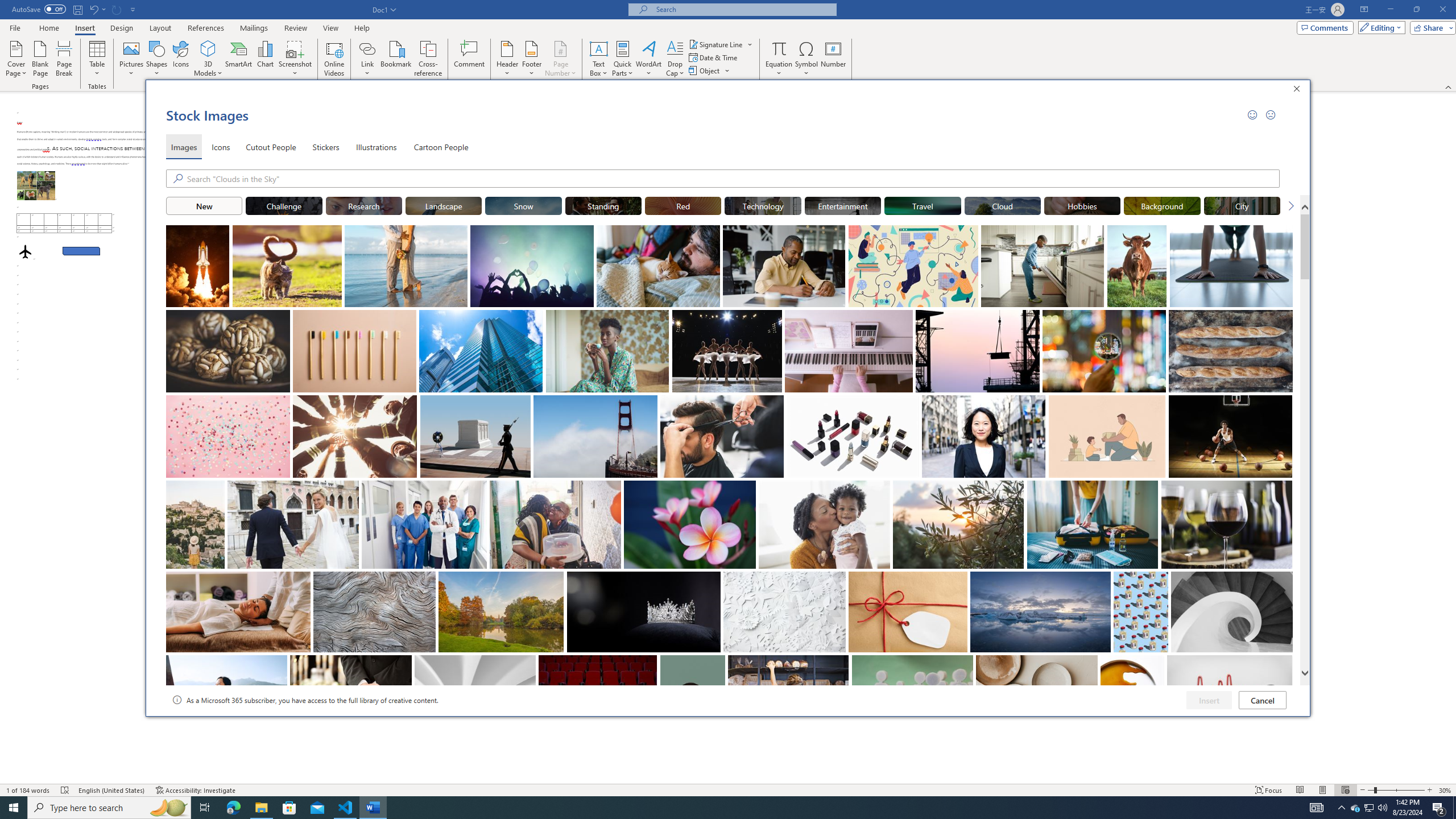 The image size is (1456, 819). Describe the element at coordinates (39, 9) in the screenshot. I see `'AutoSave'` at that location.